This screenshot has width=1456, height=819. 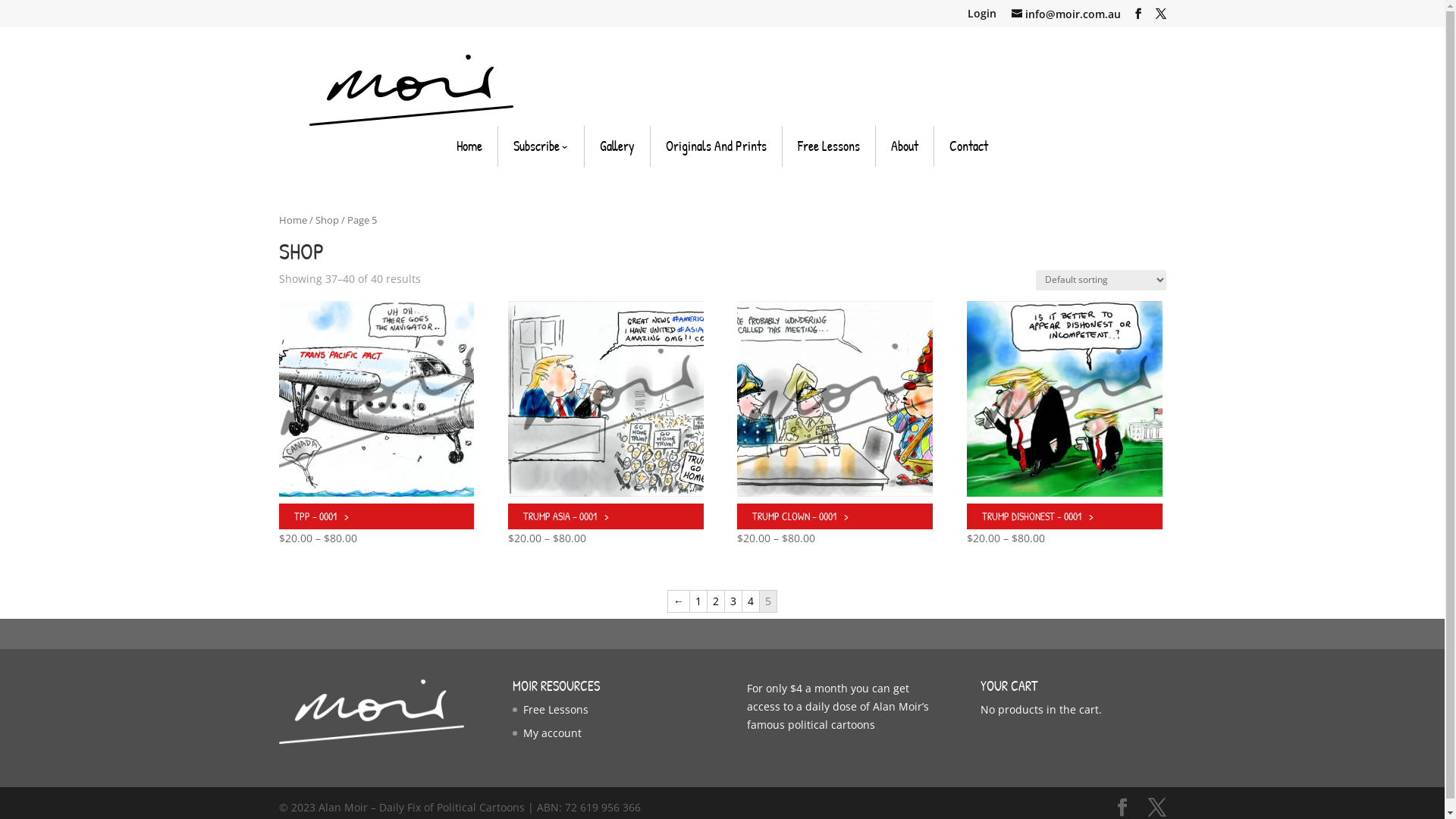 I want to click on '3', so click(x=733, y=601).